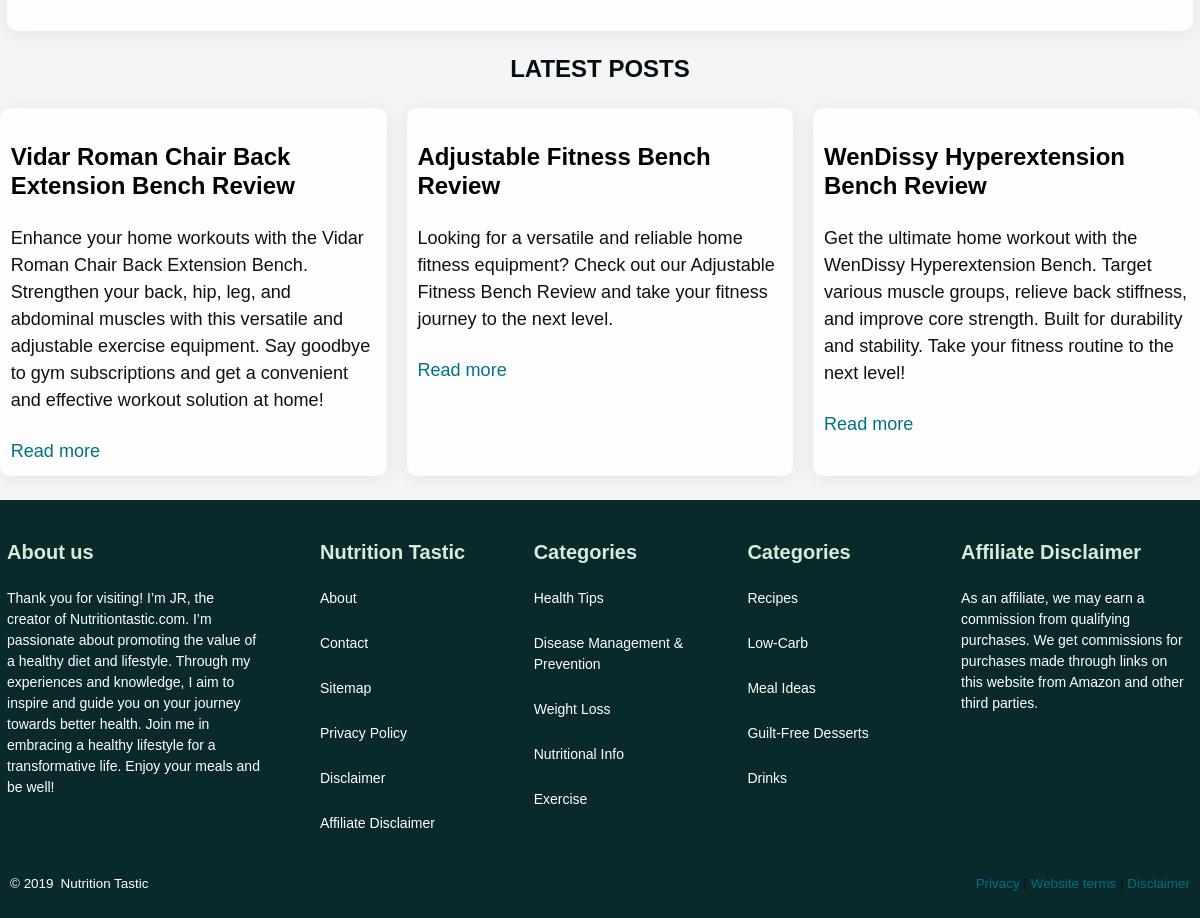 This screenshot has height=918, width=1200. Describe the element at coordinates (974, 170) in the screenshot. I see `'WenDissy Hyperextension Bench Review'` at that location.